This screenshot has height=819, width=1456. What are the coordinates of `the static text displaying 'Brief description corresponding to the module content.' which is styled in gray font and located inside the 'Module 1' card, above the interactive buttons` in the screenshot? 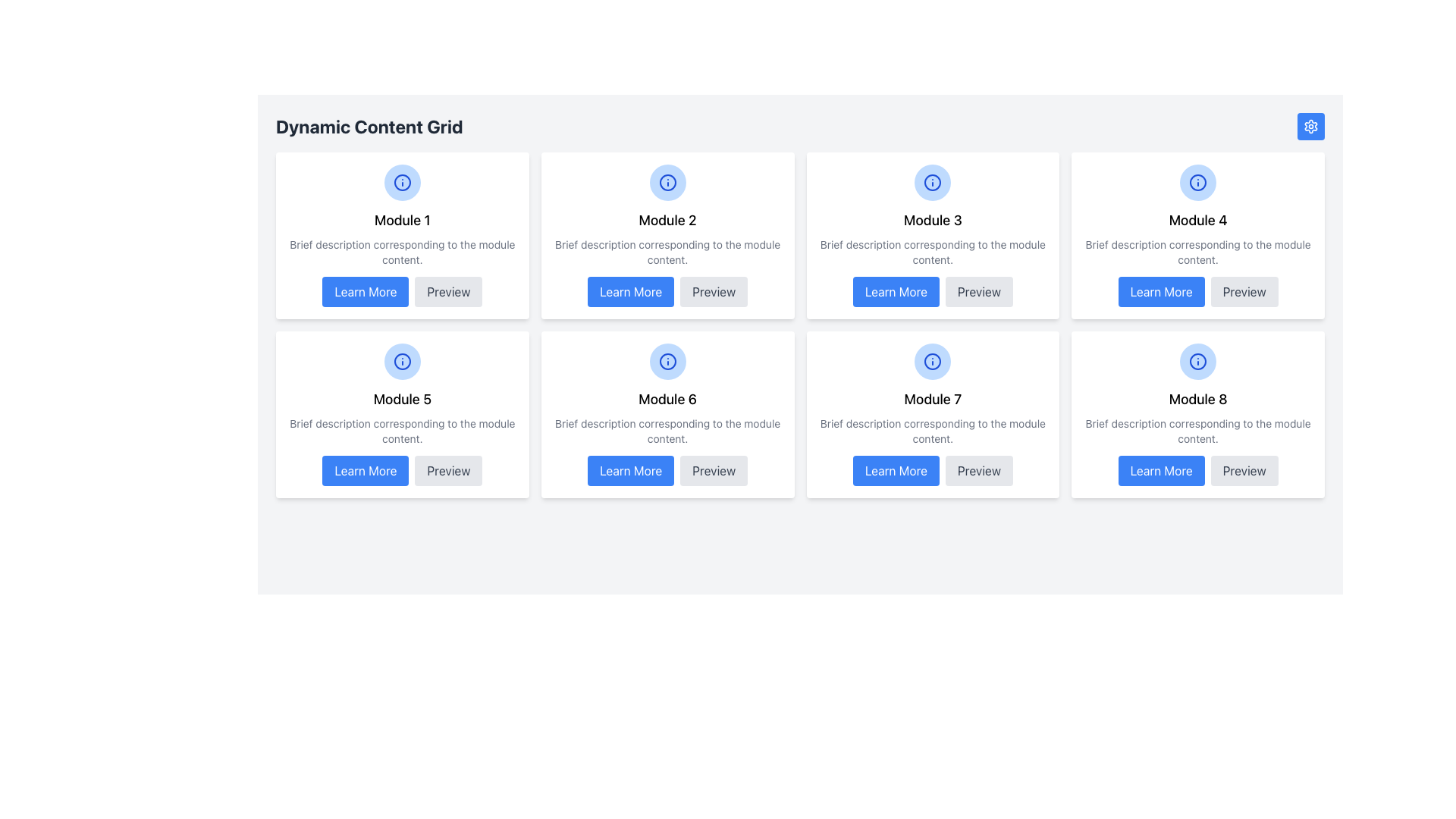 It's located at (402, 251).